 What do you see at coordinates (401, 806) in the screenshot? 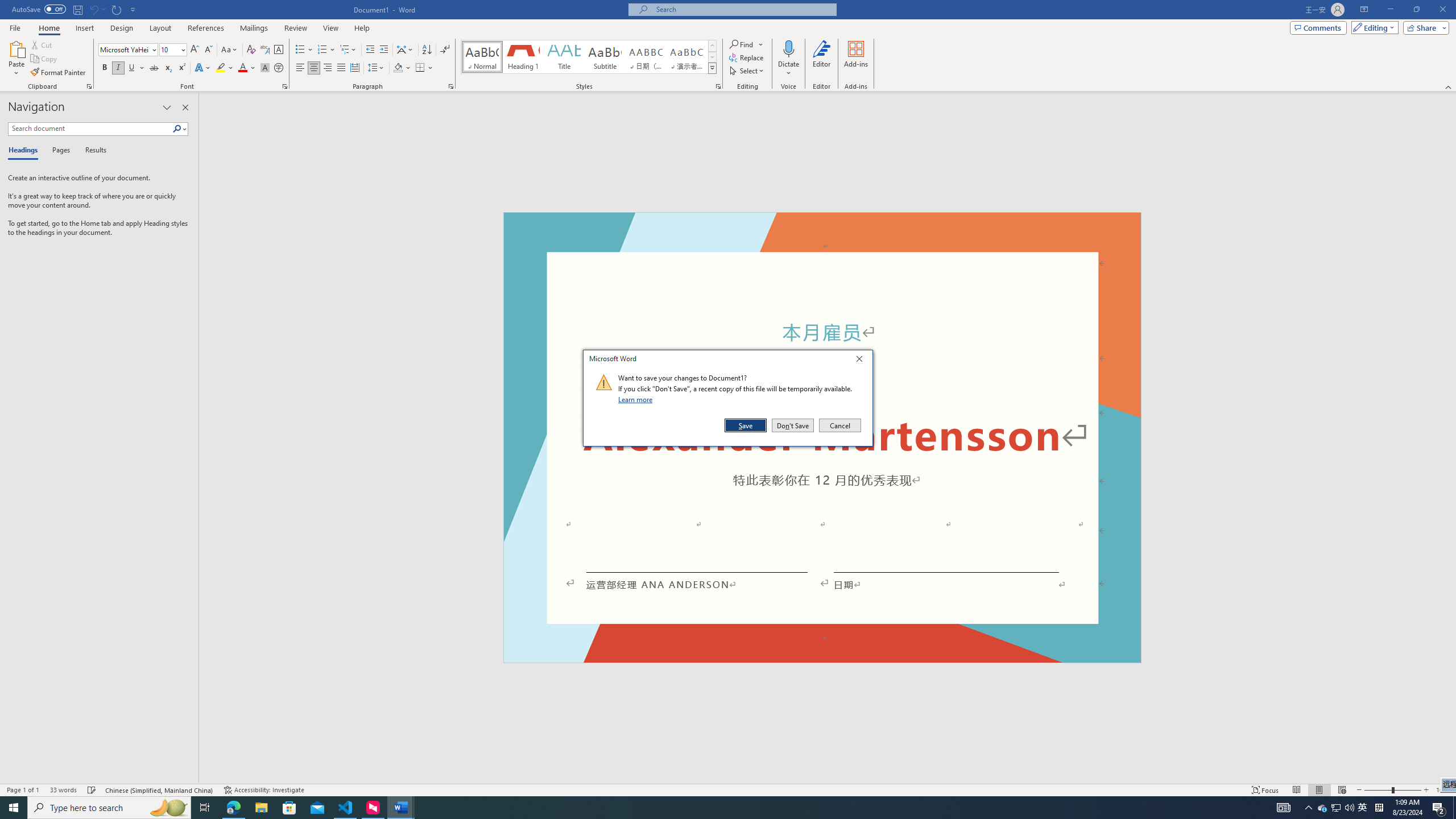
I see `'Word - 2 running windows'` at bounding box center [401, 806].